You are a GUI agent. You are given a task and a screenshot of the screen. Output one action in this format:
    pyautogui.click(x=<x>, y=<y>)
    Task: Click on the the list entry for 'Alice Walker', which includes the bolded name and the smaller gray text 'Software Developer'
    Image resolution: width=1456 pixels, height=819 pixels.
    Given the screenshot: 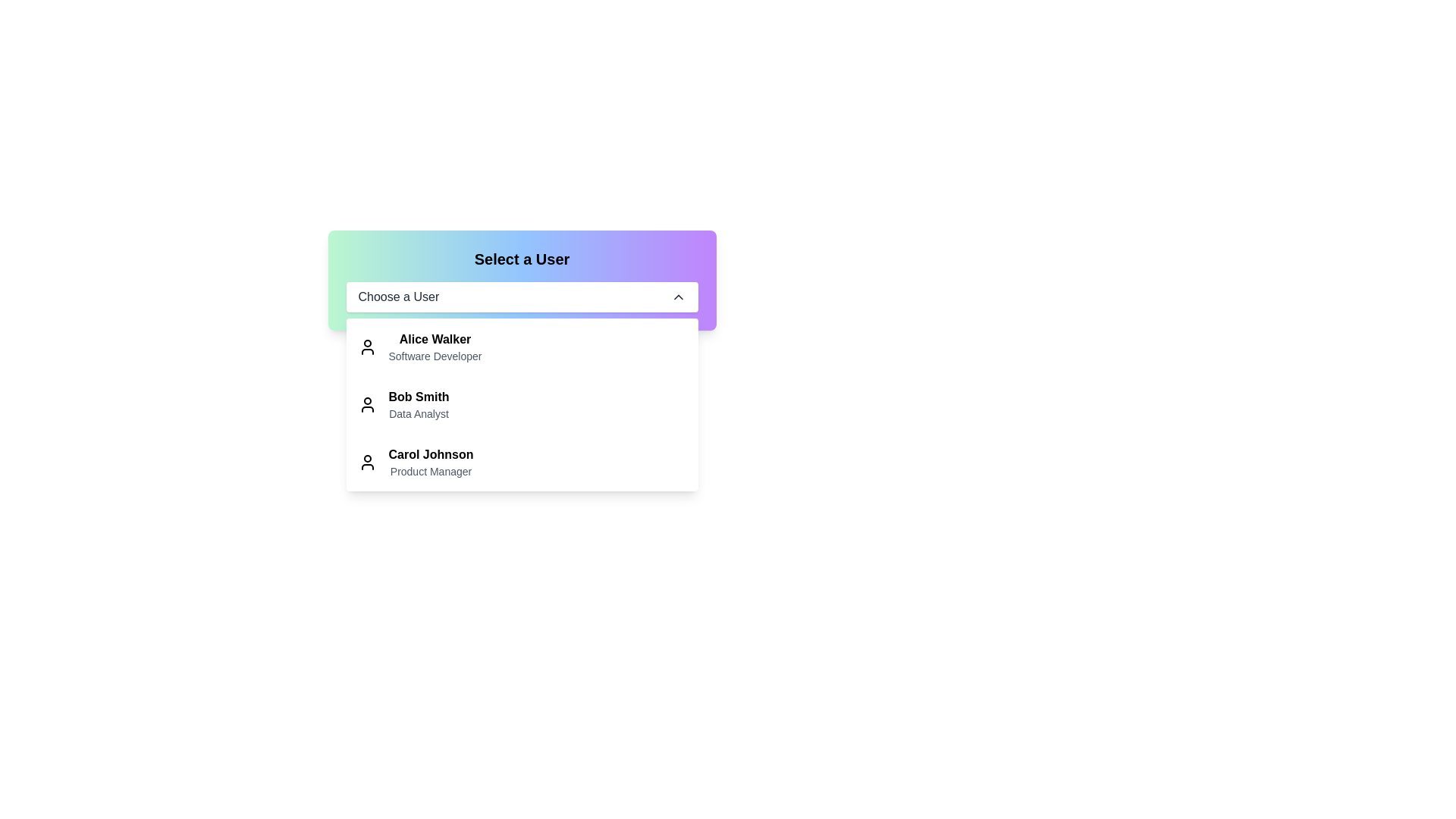 What is the action you would take?
    pyautogui.click(x=434, y=347)
    